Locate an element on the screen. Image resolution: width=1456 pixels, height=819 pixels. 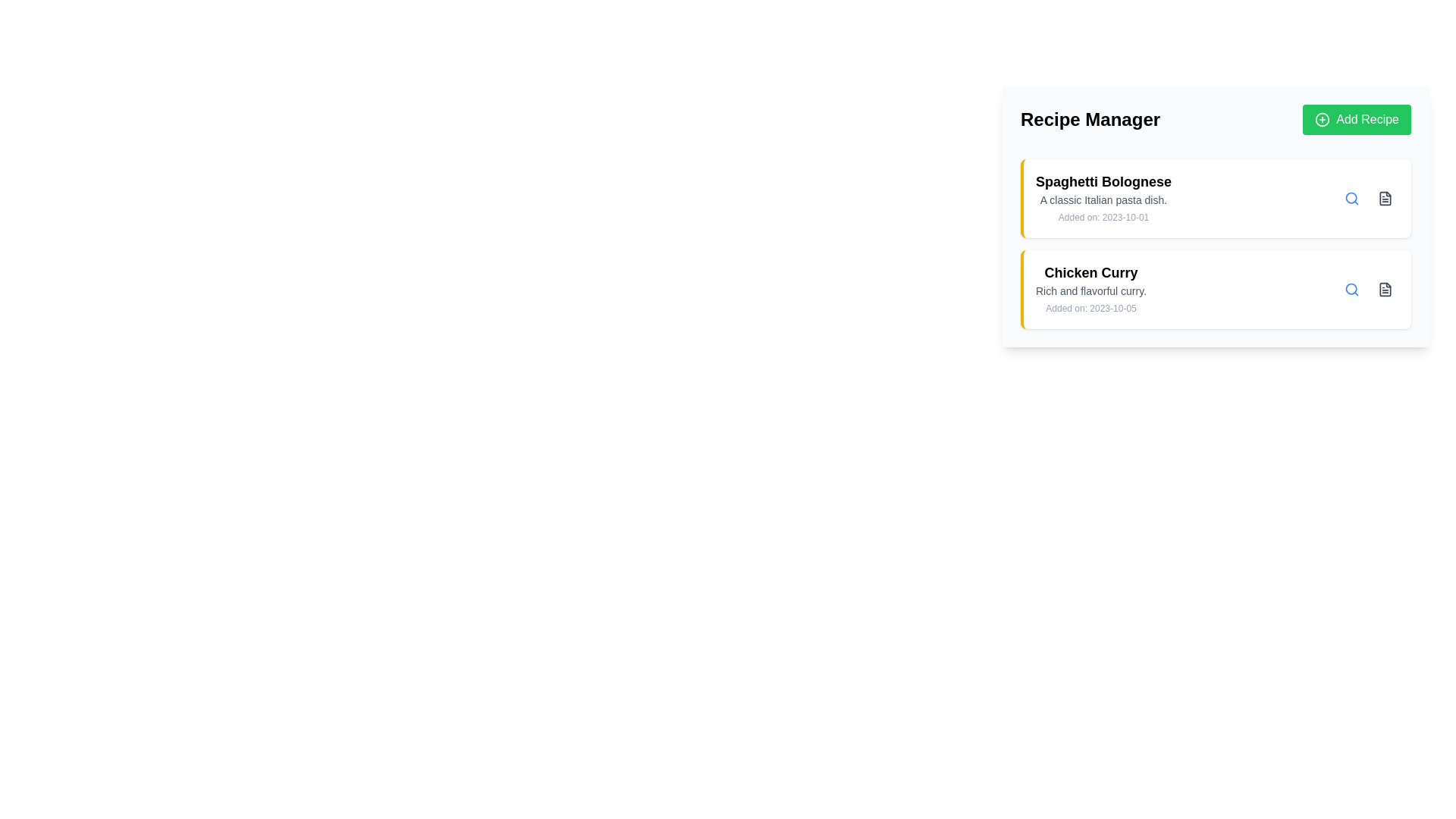
the circular SVG graphic element representing the search icon located in the top-right section of the 'Chicken Curry' recipe entry is located at coordinates (1351, 197).